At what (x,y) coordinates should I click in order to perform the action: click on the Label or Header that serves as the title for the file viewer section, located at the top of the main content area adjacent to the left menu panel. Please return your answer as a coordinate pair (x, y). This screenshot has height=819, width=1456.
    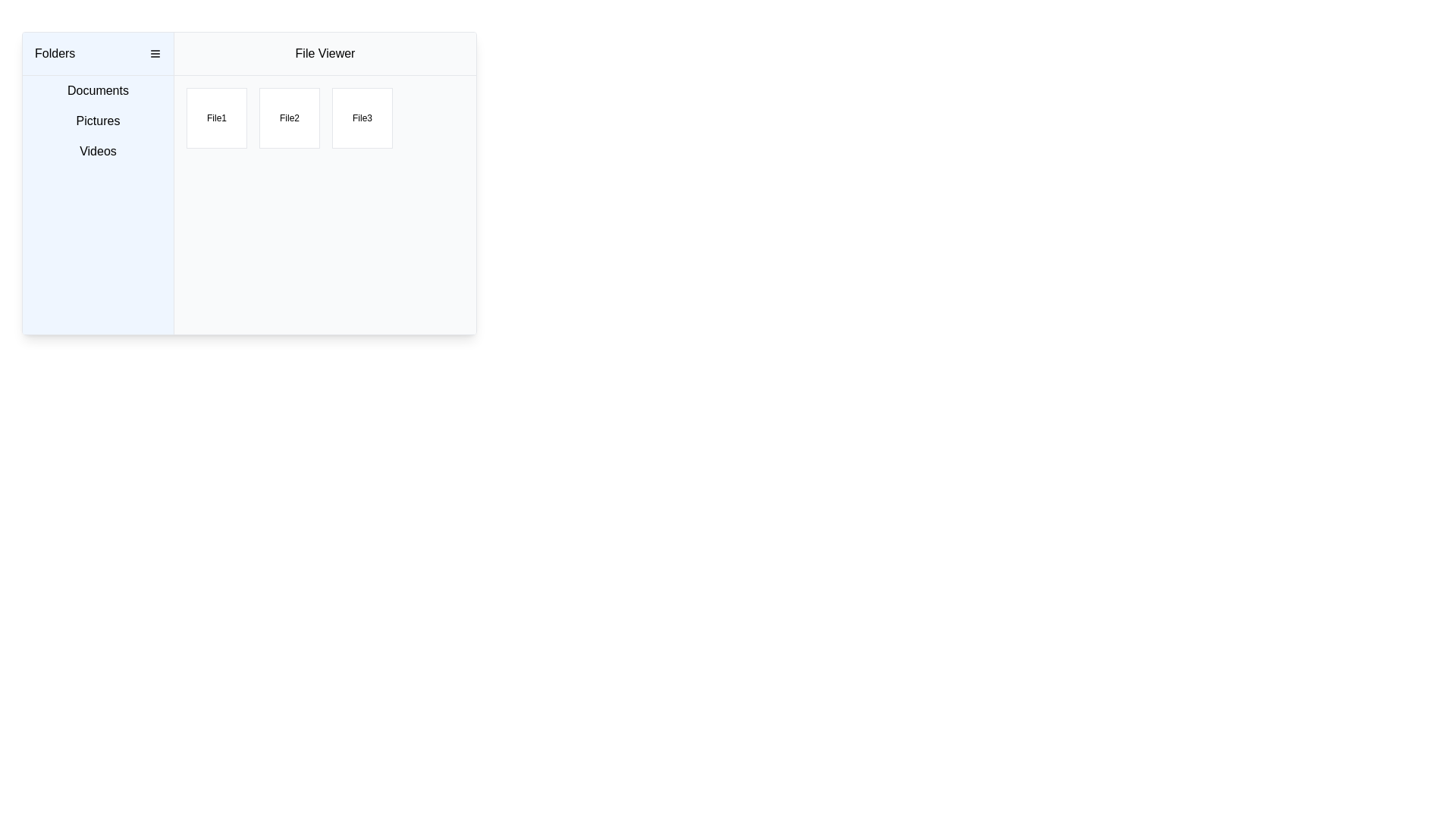
    Looking at the image, I should click on (324, 53).